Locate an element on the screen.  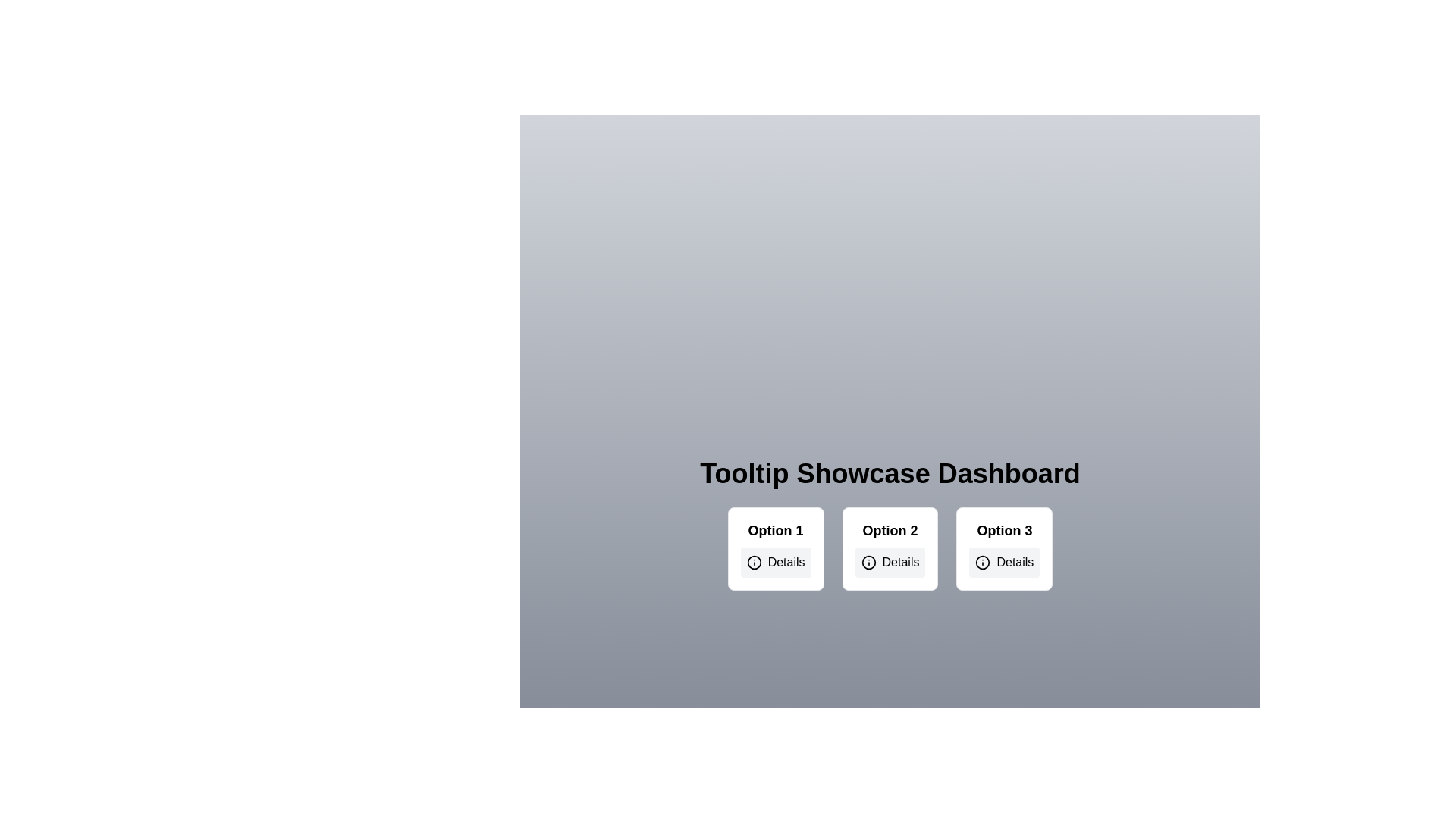
the information icon, which is a circular contour located inside the leftmost detail button beneath the 'Option 1' header is located at coordinates (754, 562).